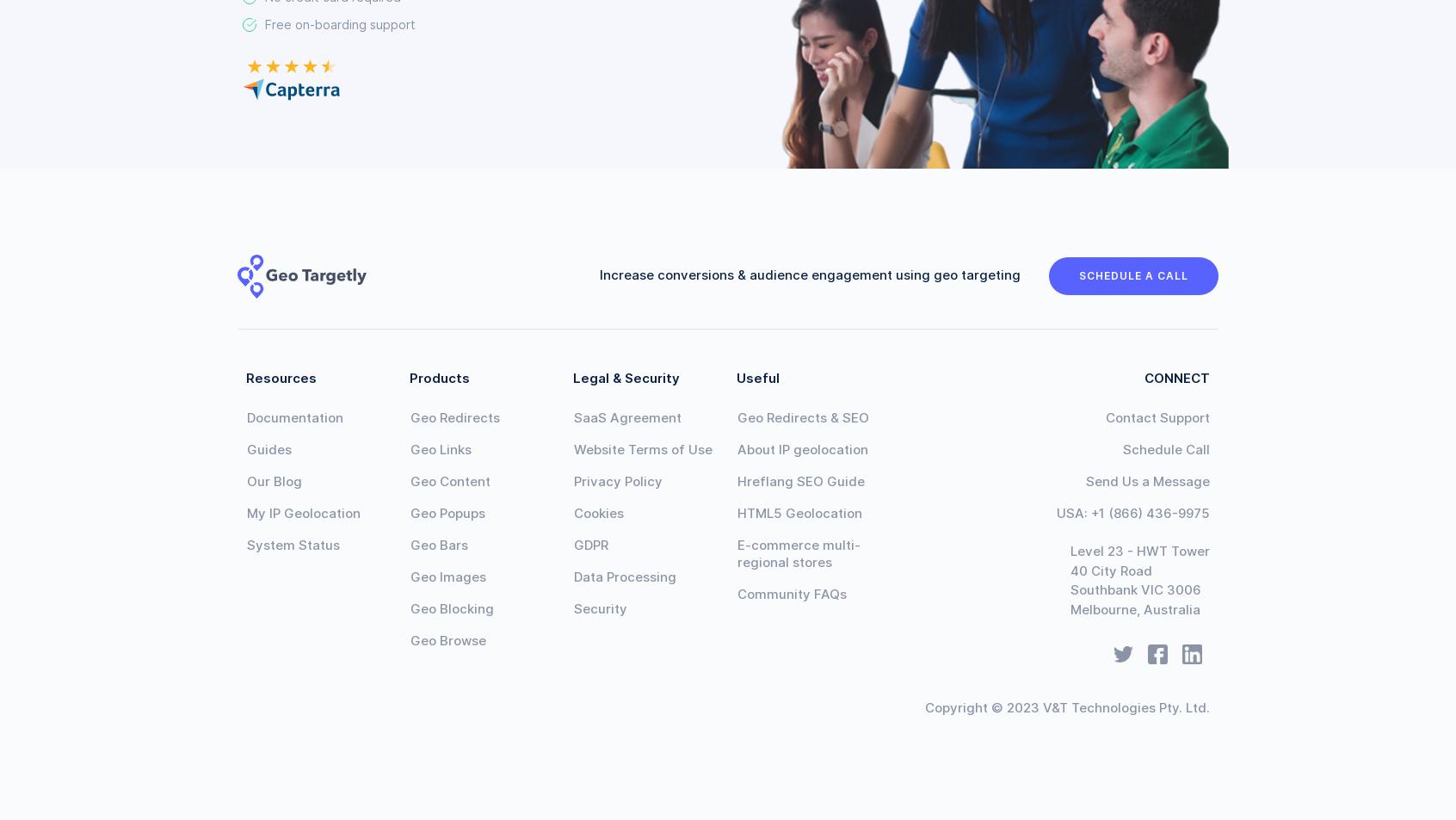  I want to click on 'SaaS Agreement', so click(626, 417).